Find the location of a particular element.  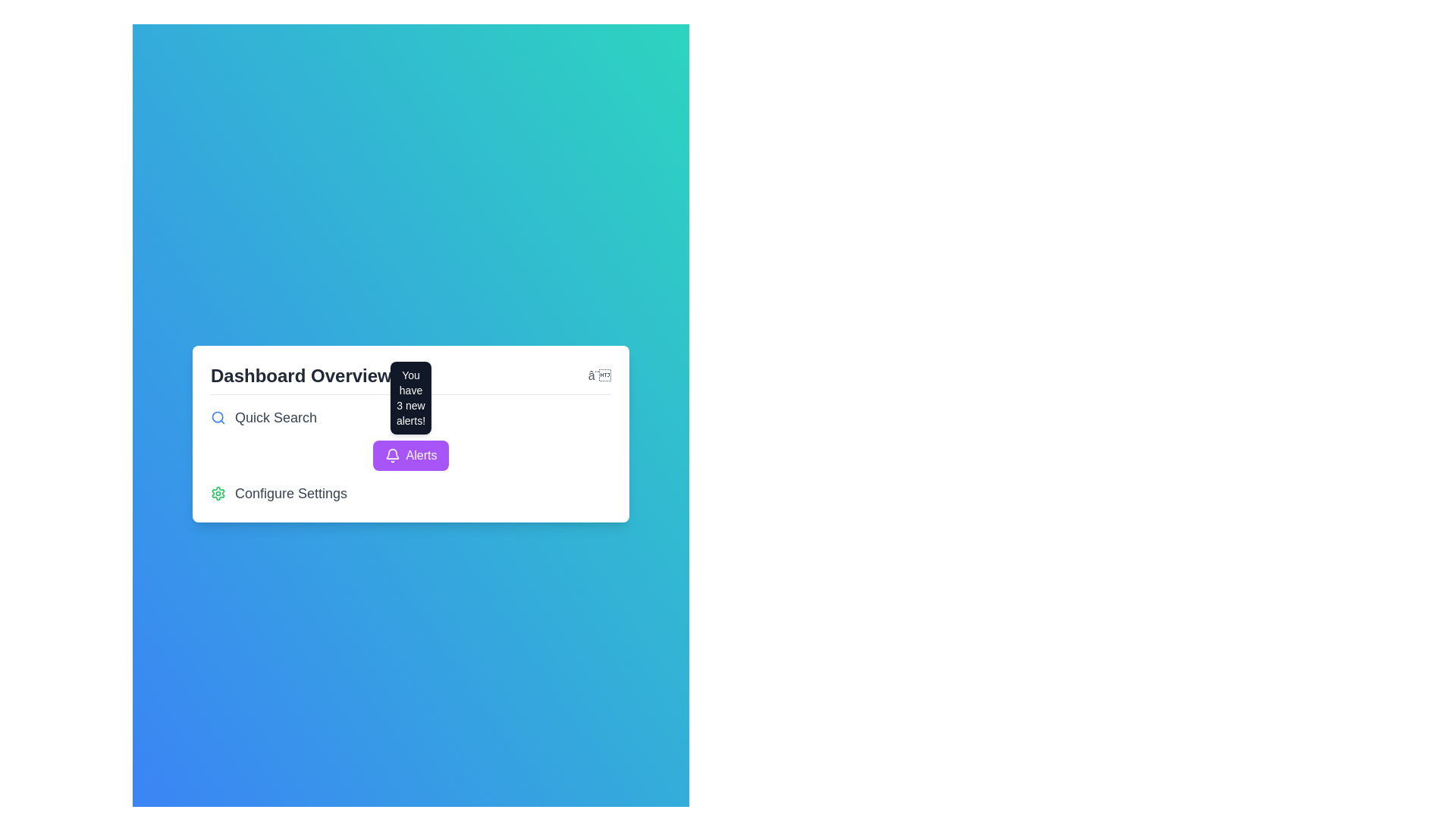

the search icon located to the left of 'Quick Search' is located at coordinates (218, 417).